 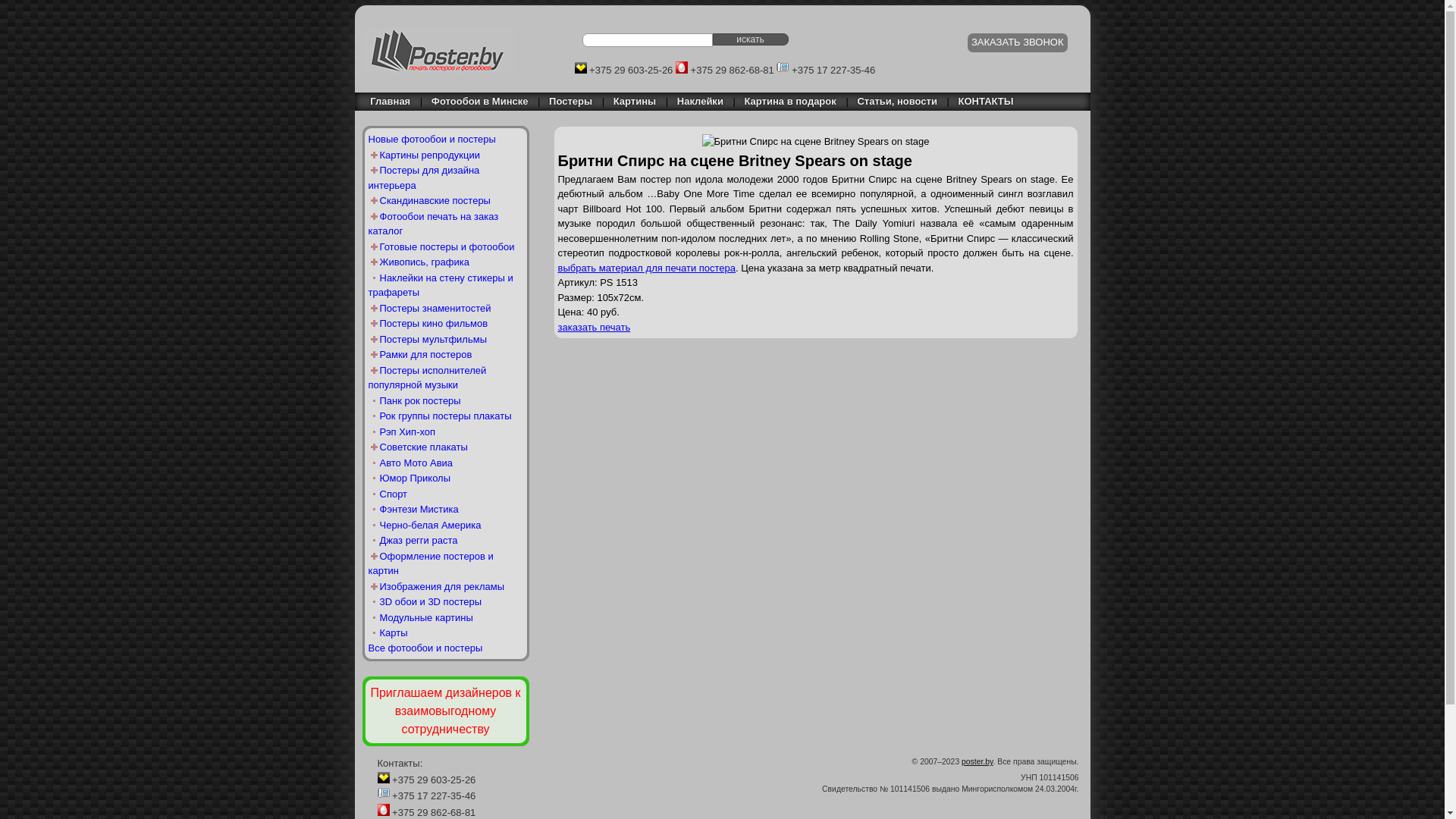 I want to click on 'Velcom', so click(x=580, y=66).